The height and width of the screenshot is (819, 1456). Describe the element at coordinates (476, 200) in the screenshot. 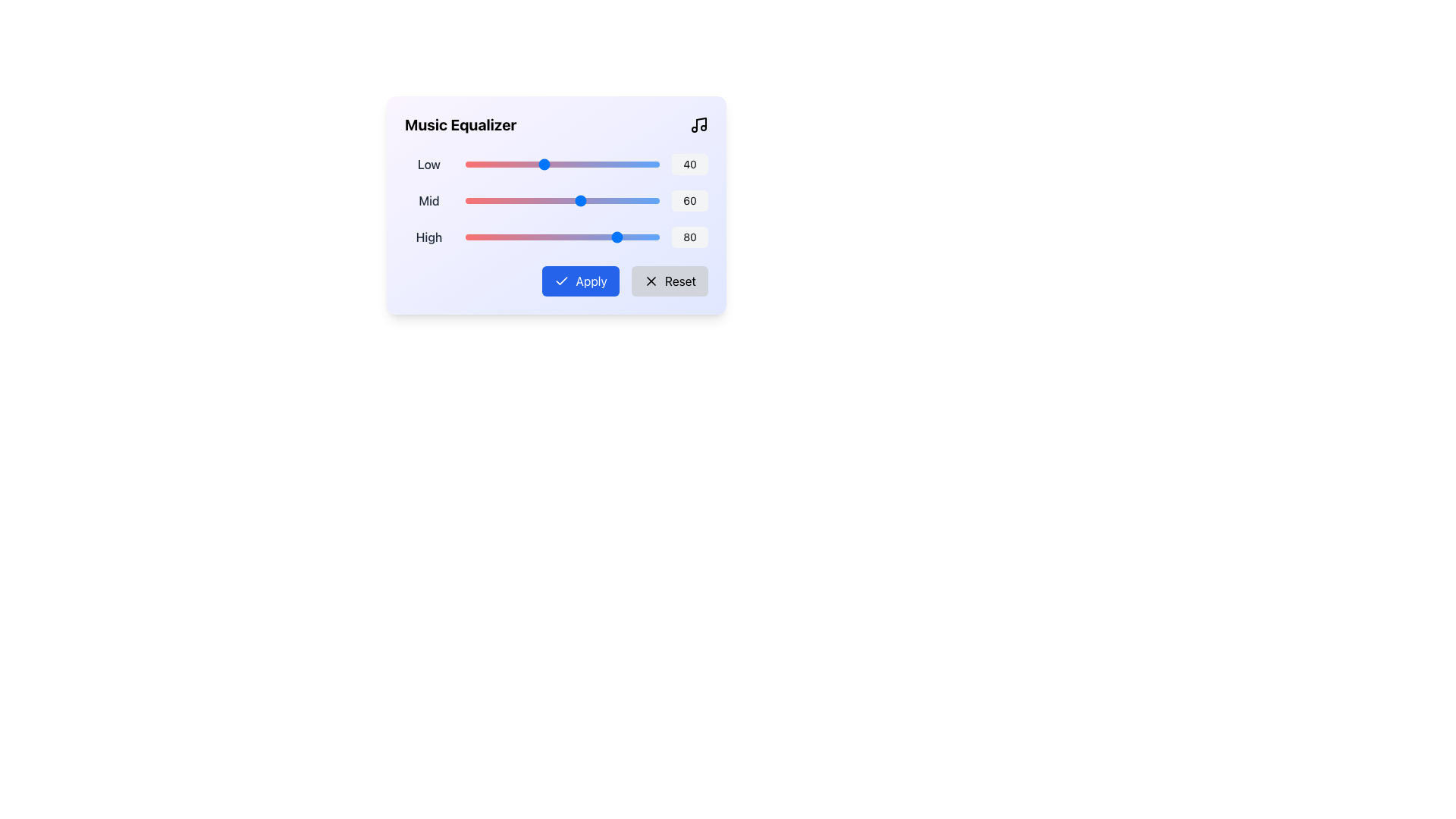

I see `the mid-range slider` at that location.